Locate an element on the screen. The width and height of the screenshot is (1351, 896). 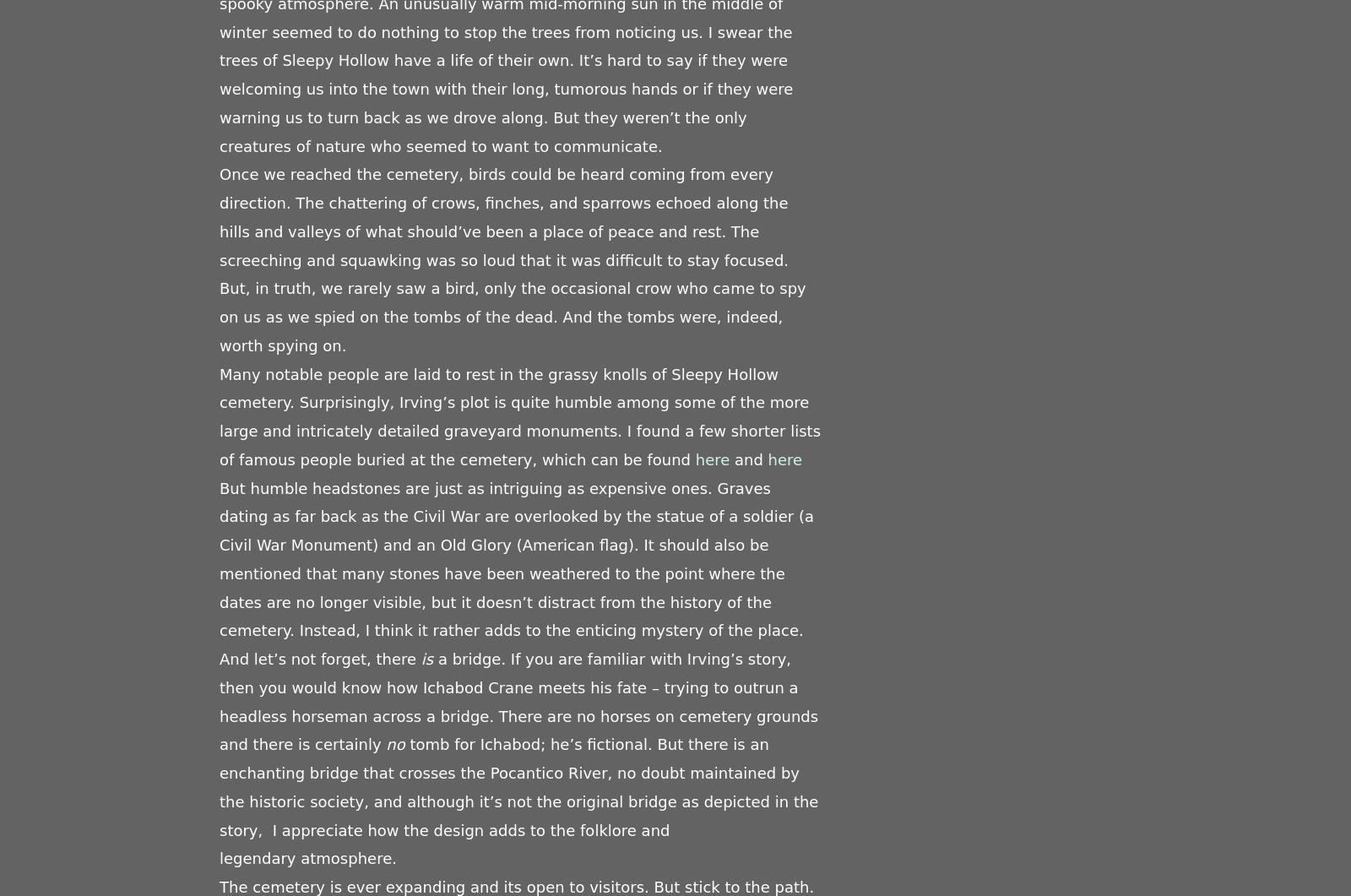
'tomb for Ichabod; he’s fictional. But there is an enchanting bridge that crosses the Pocantico River, no doubt maintained by the historic society, and although it’s not the original bridge as depicted in the story,  I appreciate how the design adds to the folklore and legendary atmosphere.' is located at coordinates (518, 800).